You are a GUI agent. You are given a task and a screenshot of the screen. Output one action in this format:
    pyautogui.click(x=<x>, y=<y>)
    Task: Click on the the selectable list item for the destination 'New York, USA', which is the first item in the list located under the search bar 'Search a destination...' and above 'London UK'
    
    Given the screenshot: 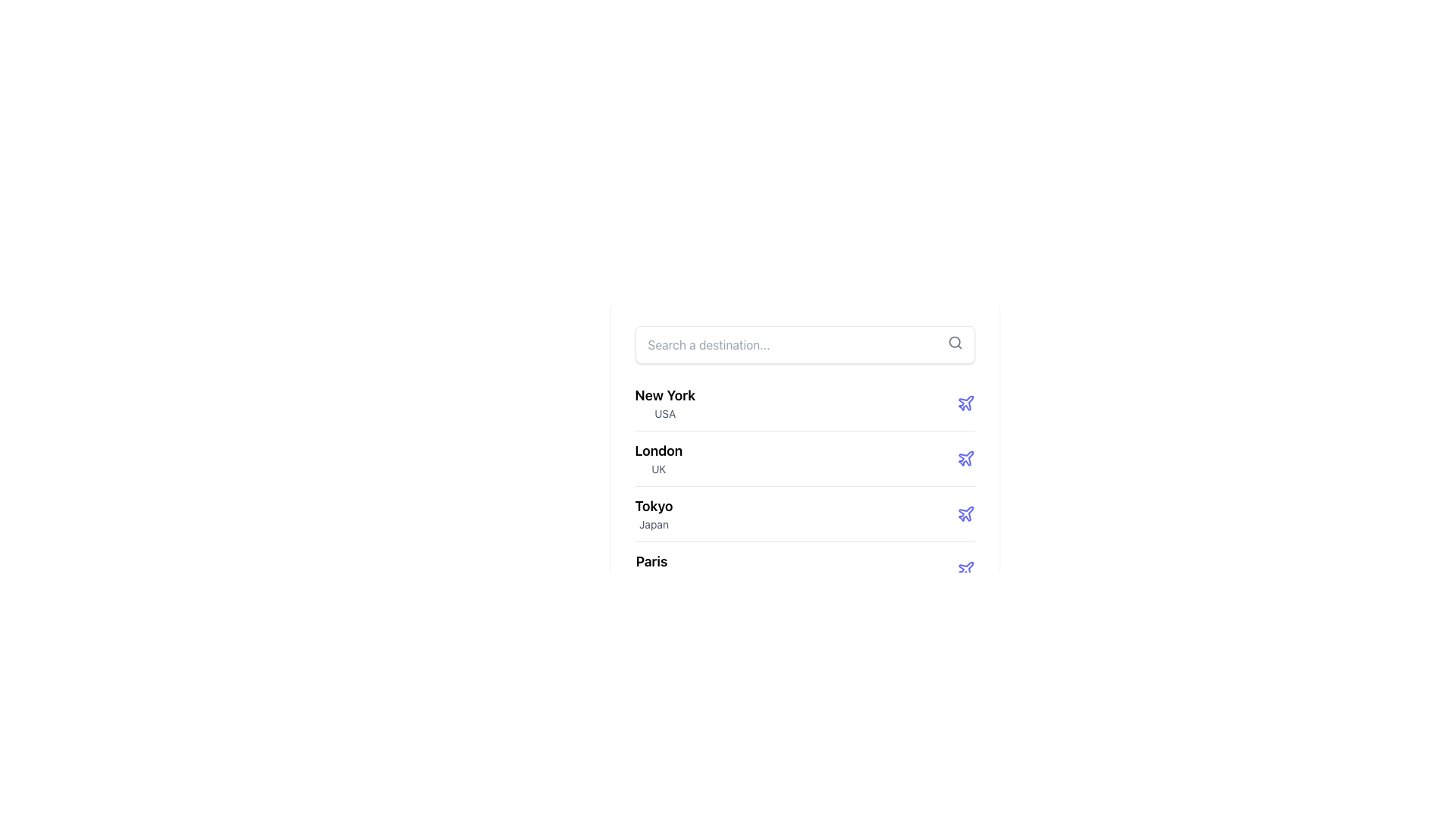 What is the action you would take?
    pyautogui.click(x=665, y=403)
    